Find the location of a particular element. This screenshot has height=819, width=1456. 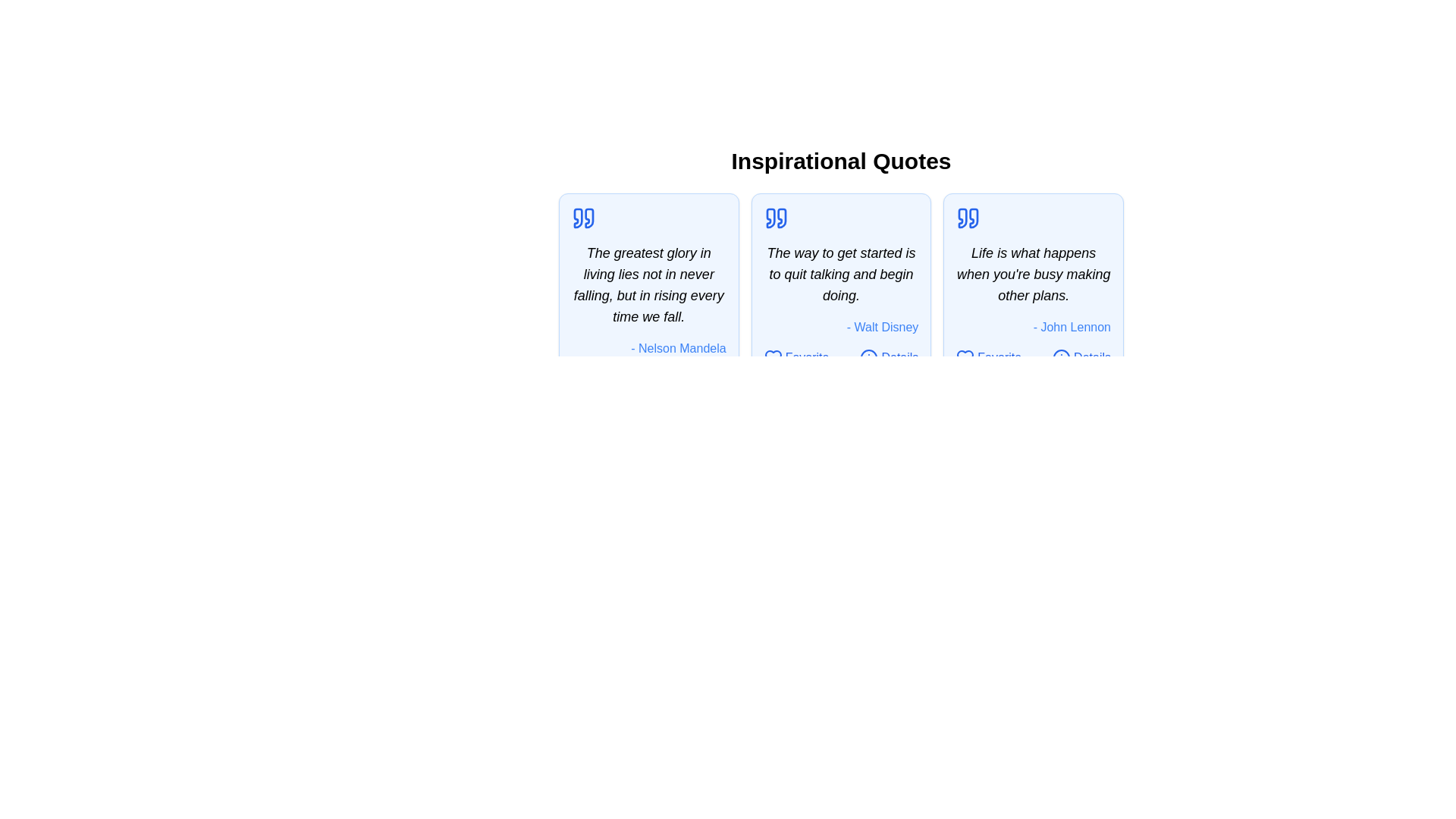

the text link located under the quote by 'Walt Disney' in the central quote card is located at coordinates (899, 357).